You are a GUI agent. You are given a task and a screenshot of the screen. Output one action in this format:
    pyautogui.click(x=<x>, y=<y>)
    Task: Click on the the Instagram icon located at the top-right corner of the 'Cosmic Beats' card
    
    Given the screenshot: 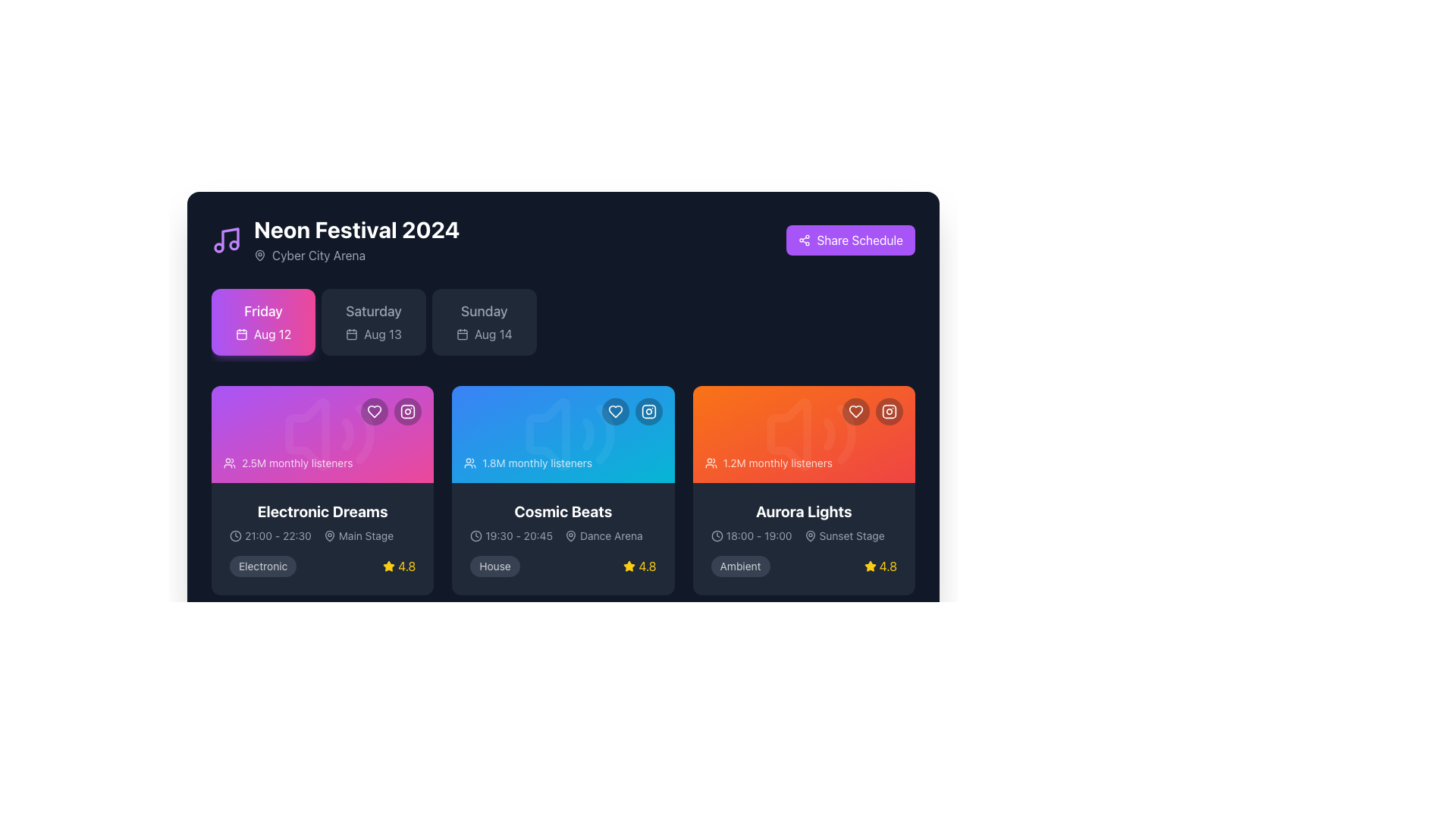 What is the action you would take?
    pyautogui.click(x=648, y=412)
    